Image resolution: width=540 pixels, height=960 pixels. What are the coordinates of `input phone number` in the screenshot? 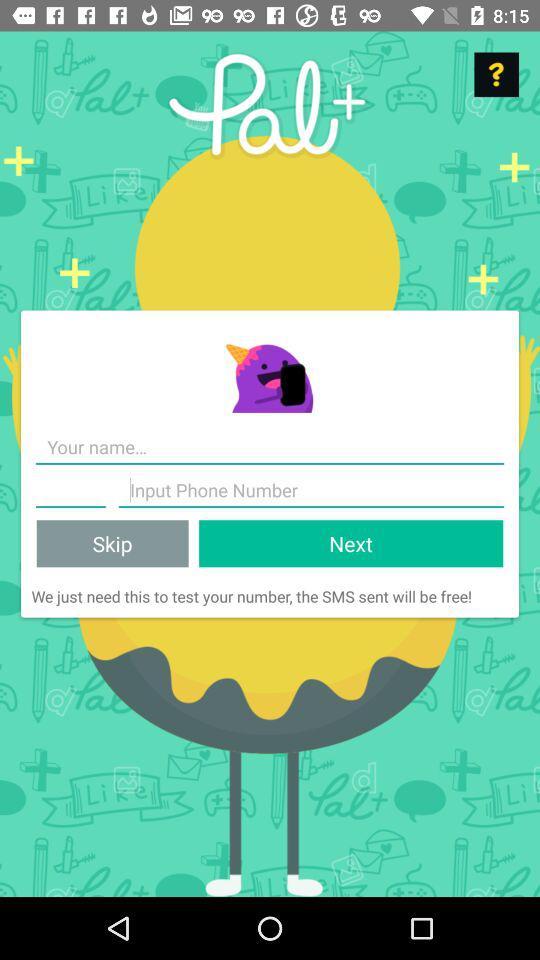 It's located at (311, 489).